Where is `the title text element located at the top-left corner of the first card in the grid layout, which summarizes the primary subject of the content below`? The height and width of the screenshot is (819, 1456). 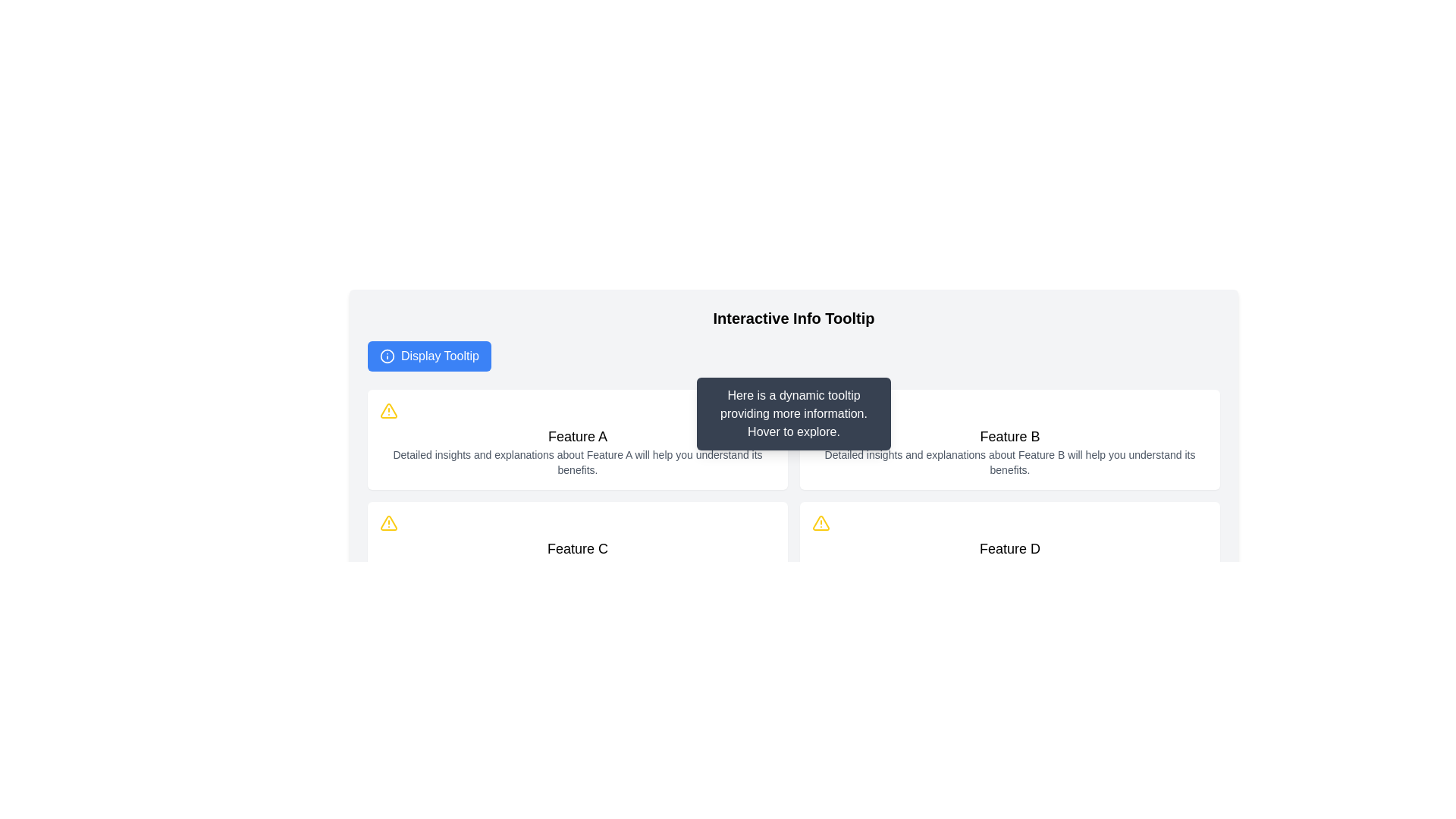 the title text element located at the top-left corner of the first card in the grid layout, which summarizes the primary subject of the content below is located at coordinates (577, 436).